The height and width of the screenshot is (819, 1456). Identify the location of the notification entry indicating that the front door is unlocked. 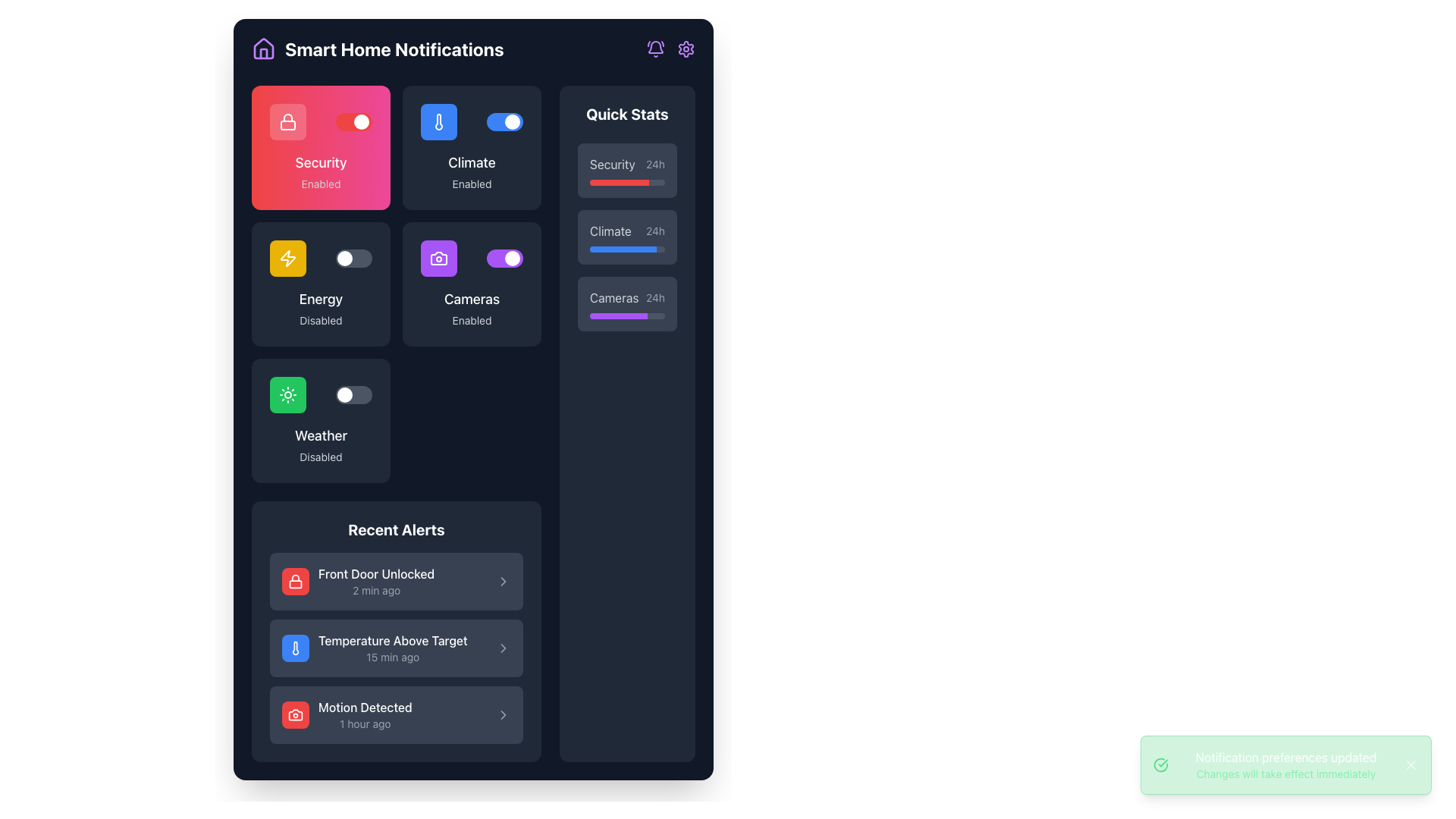
(397, 581).